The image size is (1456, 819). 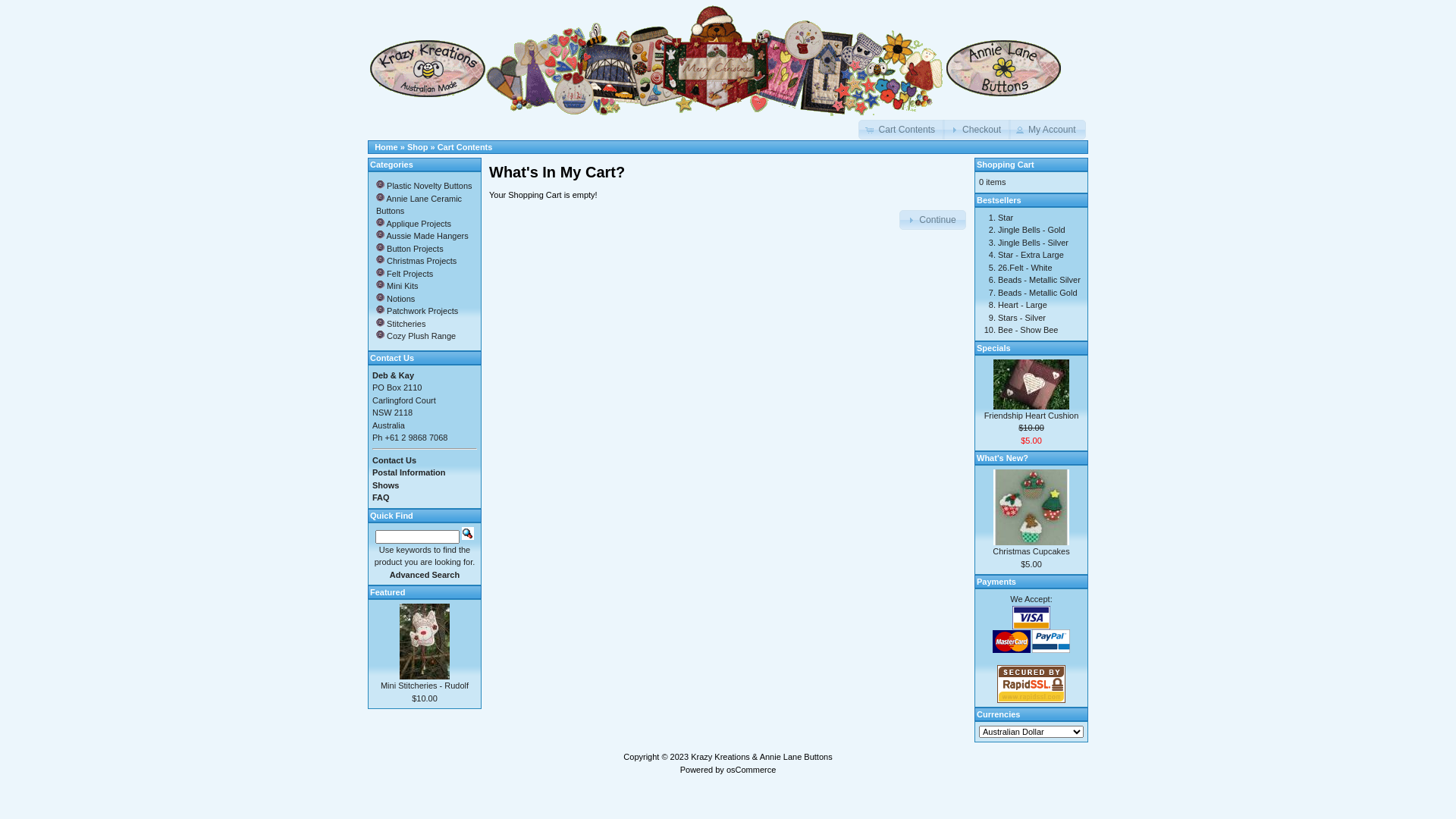 I want to click on 'FAQ', so click(x=381, y=497).